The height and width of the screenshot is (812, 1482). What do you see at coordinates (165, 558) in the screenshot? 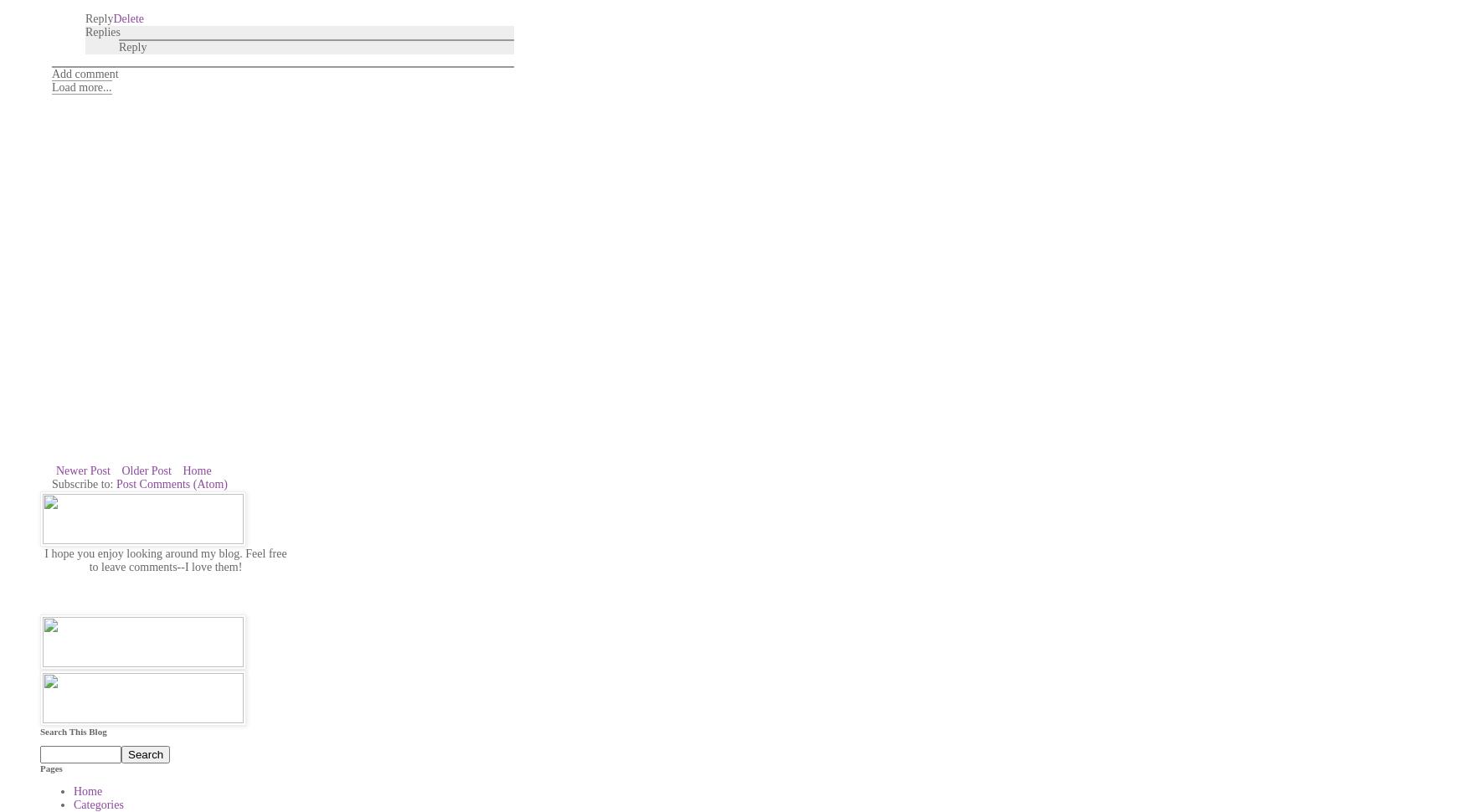
I see `'I hope you enjoy looking around my blog.  Feel free to leave comments--I love  them!'` at bounding box center [165, 558].